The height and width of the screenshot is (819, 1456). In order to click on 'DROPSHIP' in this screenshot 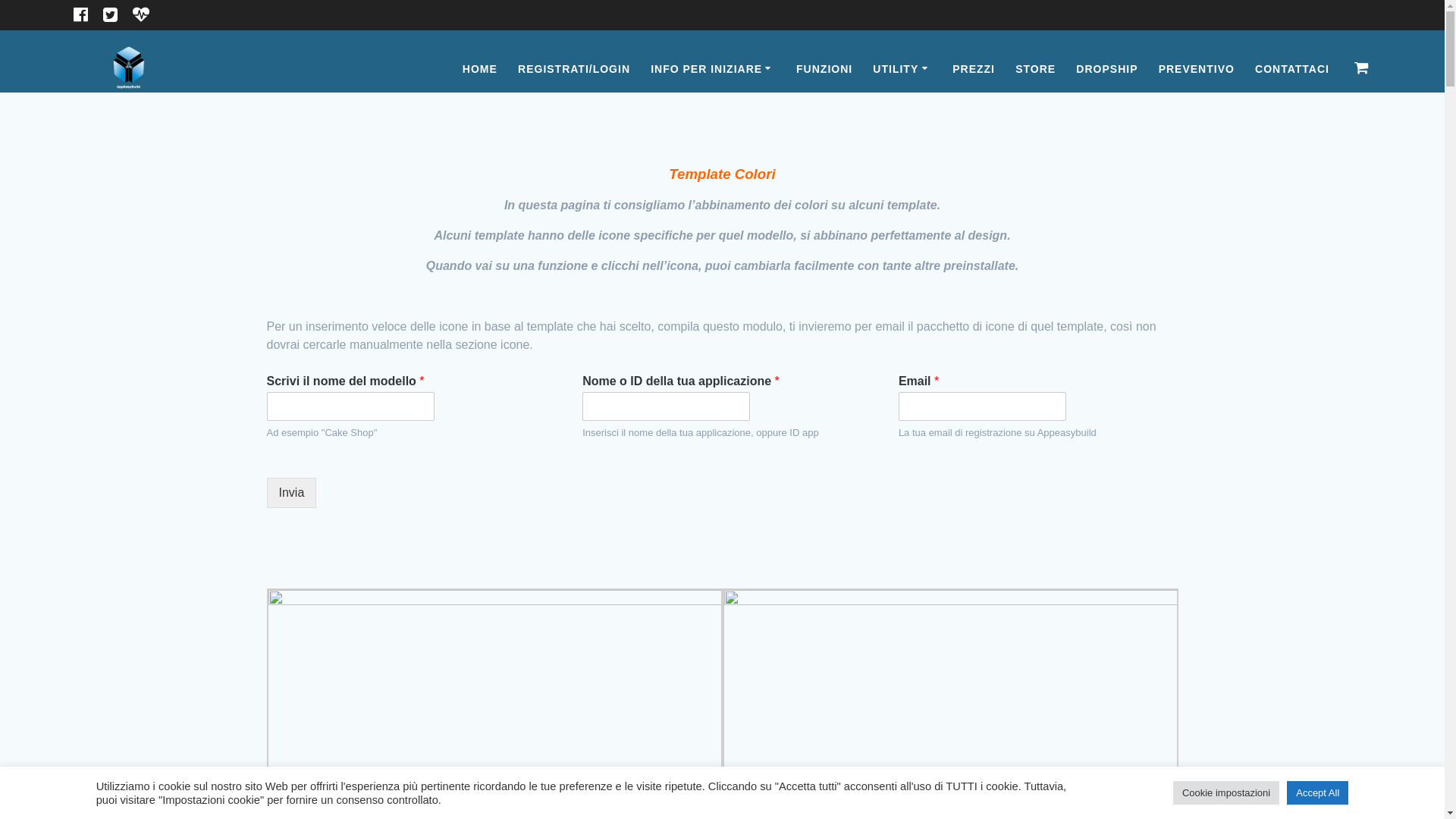, I will do `click(1075, 69)`.